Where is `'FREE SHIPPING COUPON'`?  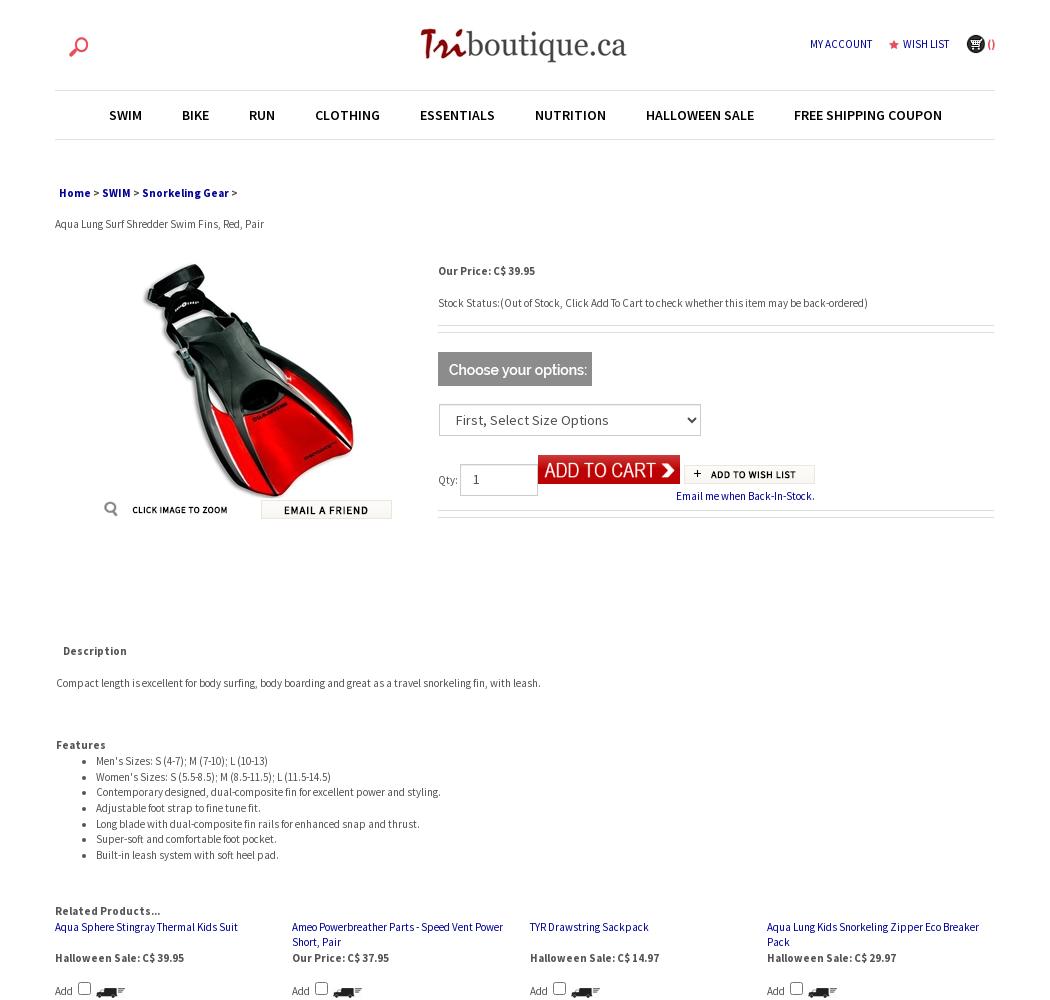 'FREE SHIPPING COUPON' is located at coordinates (865, 114).